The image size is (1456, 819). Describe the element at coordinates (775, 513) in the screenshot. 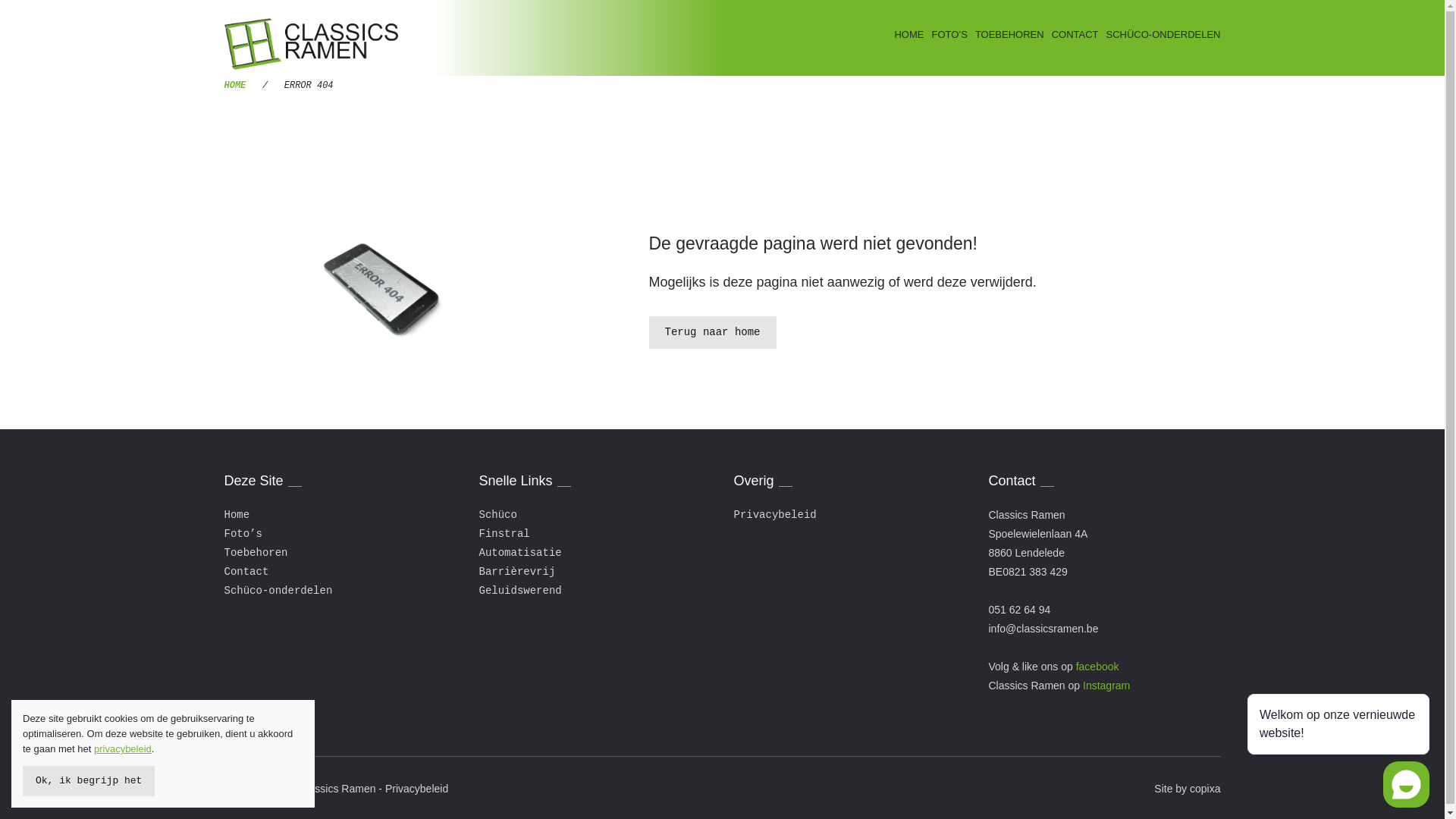

I see `'Privacybeleid'` at that location.